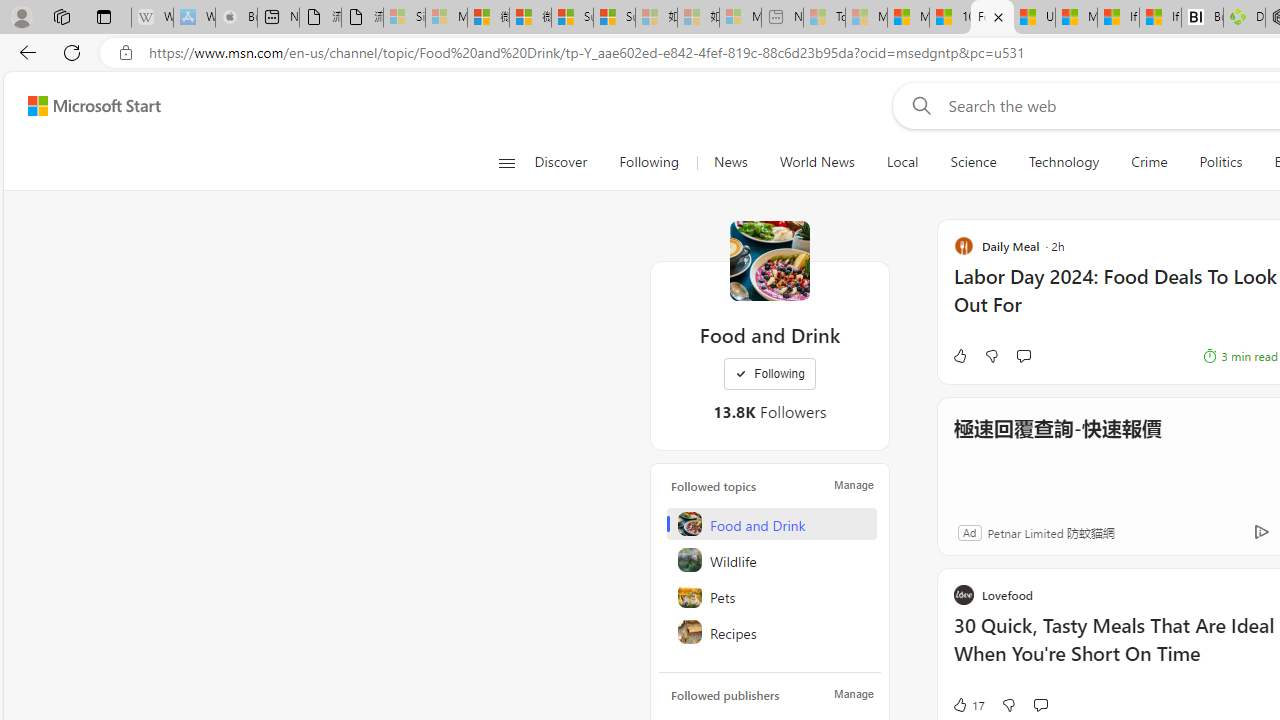 Image resolution: width=1280 pixels, height=720 pixels. I want to click on 'Crime', so click(1149, 162).